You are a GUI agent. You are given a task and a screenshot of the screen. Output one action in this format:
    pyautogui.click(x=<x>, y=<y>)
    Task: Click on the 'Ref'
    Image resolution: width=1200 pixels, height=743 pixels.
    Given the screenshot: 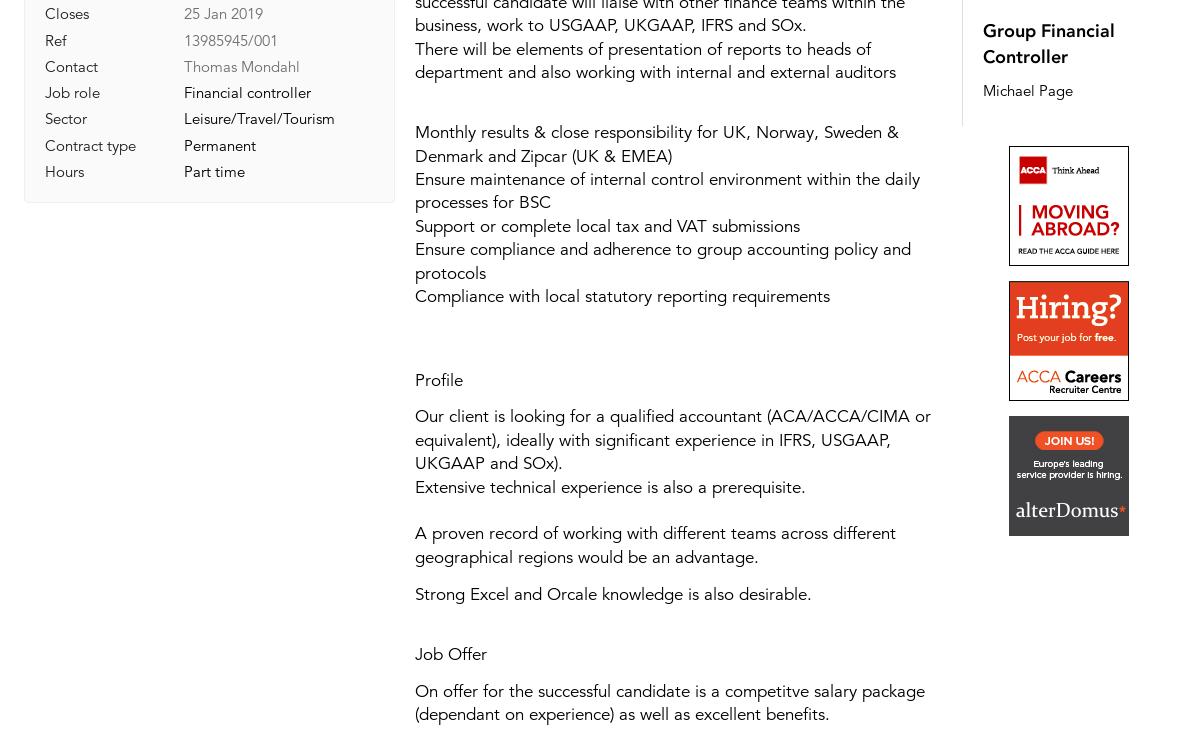 What is the action you would take?
    pyautogui.click(x=55, y=38)
    